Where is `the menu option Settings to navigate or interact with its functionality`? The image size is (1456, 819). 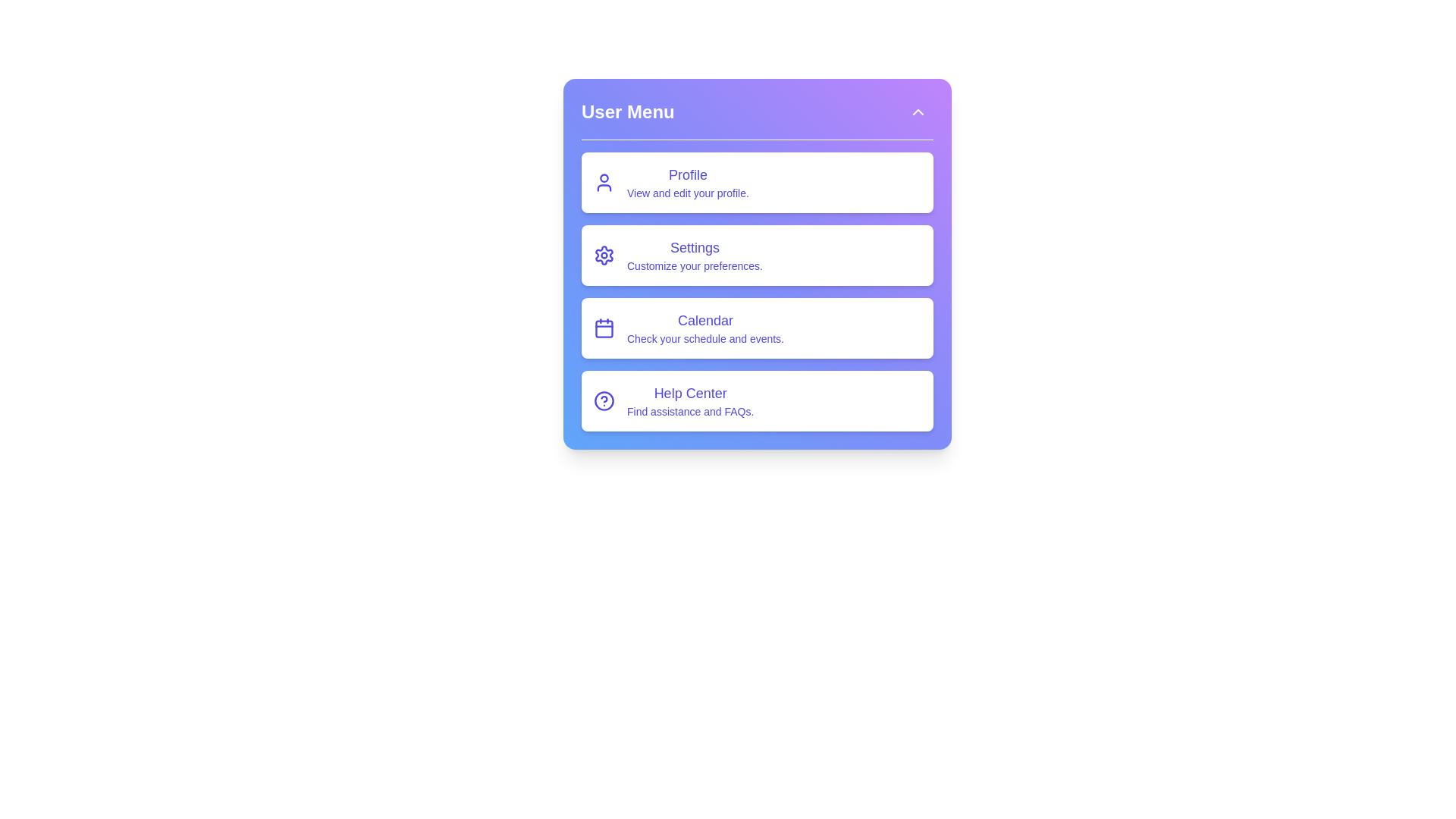
the menu option Settings to navigate or interact with its functionality is located at coordinates (757, 254).